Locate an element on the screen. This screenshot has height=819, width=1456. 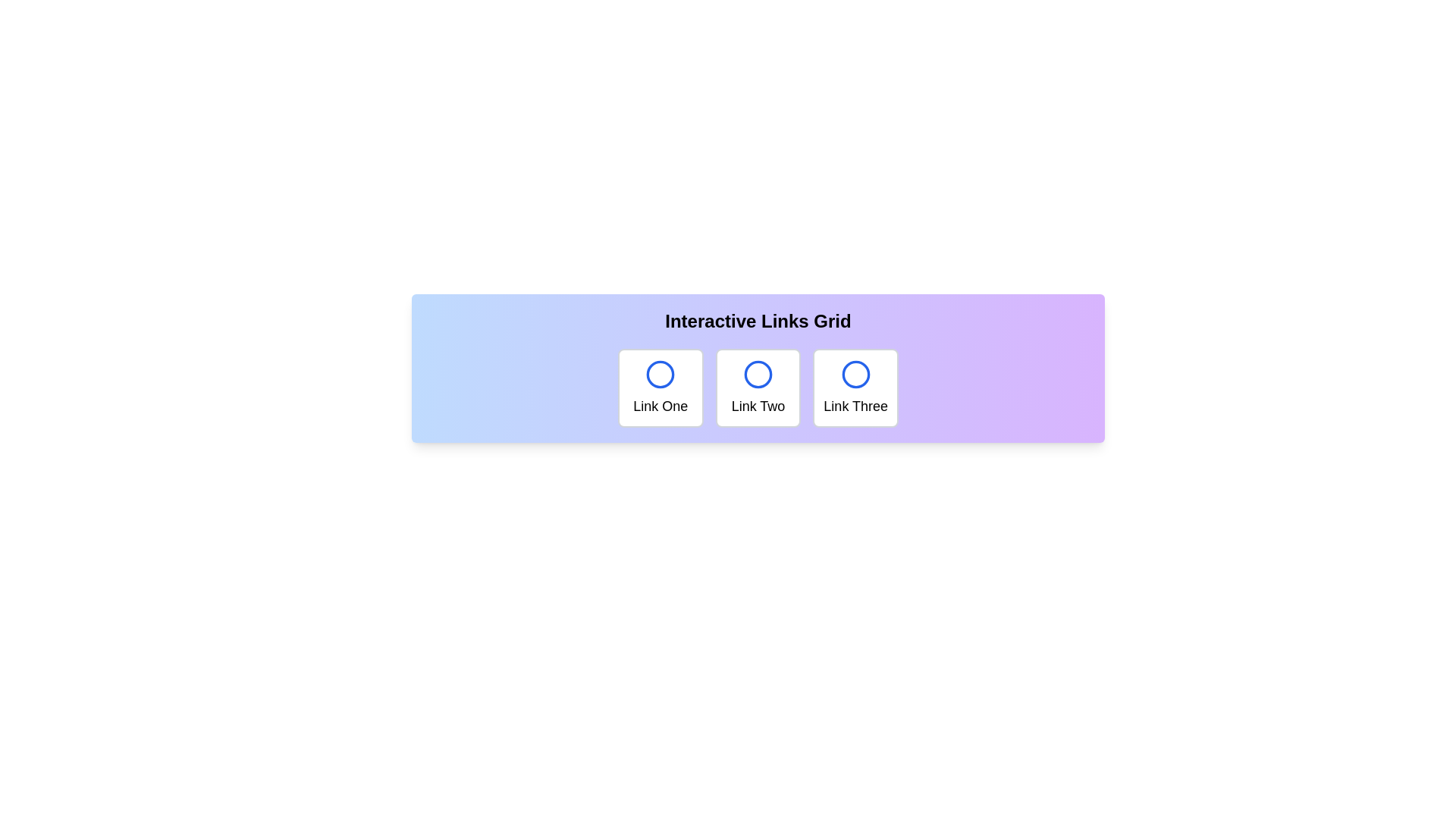
the third circular element with a blue stroke and white background in the 'Interactive Links Grid' below 'Link Three.' is located at coordinates (855, 374).